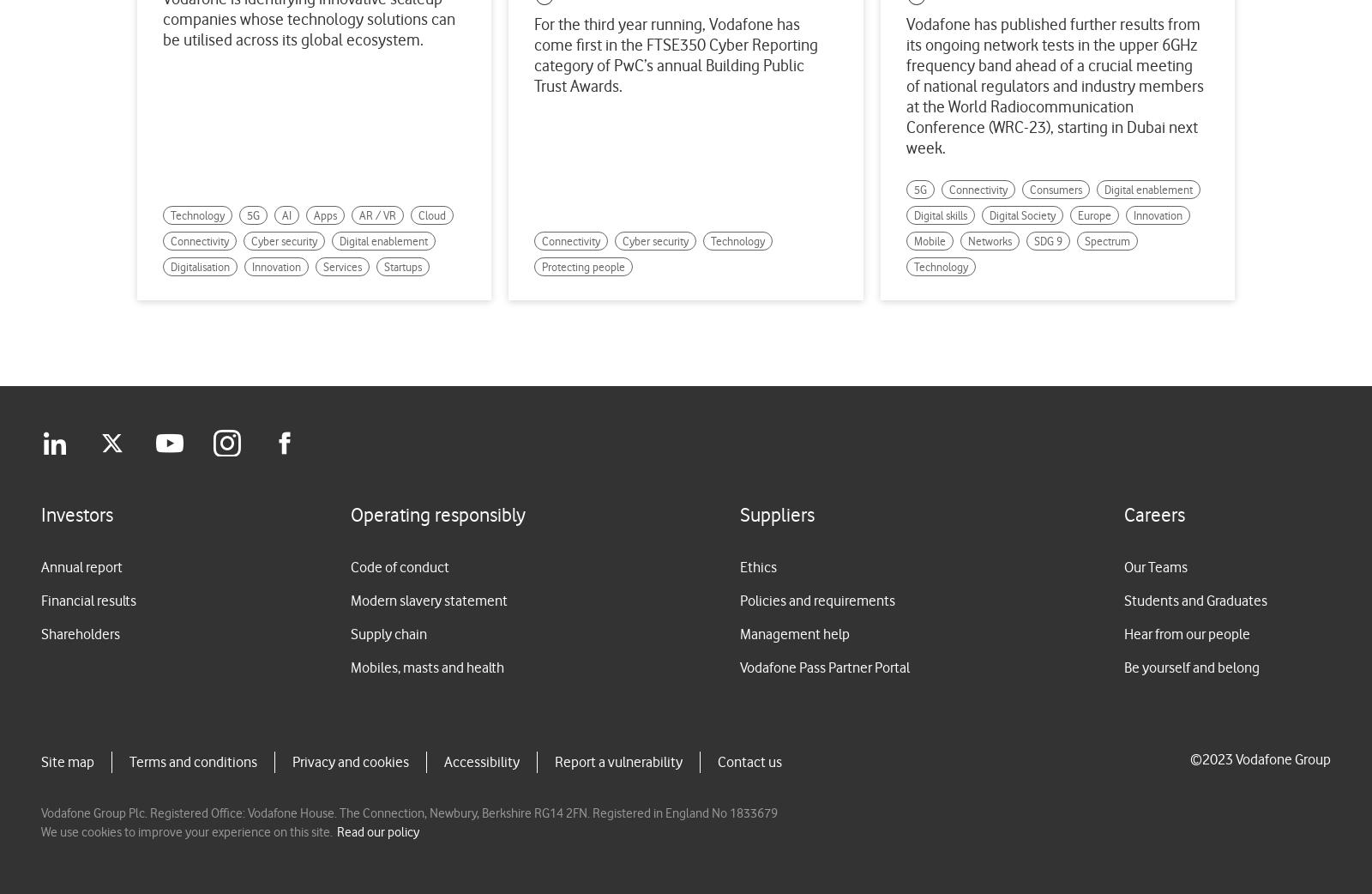  What do you see at coordinates (749, 760) in the screenshot?
I see `'Contact us'` at bounding box center [749, 760].